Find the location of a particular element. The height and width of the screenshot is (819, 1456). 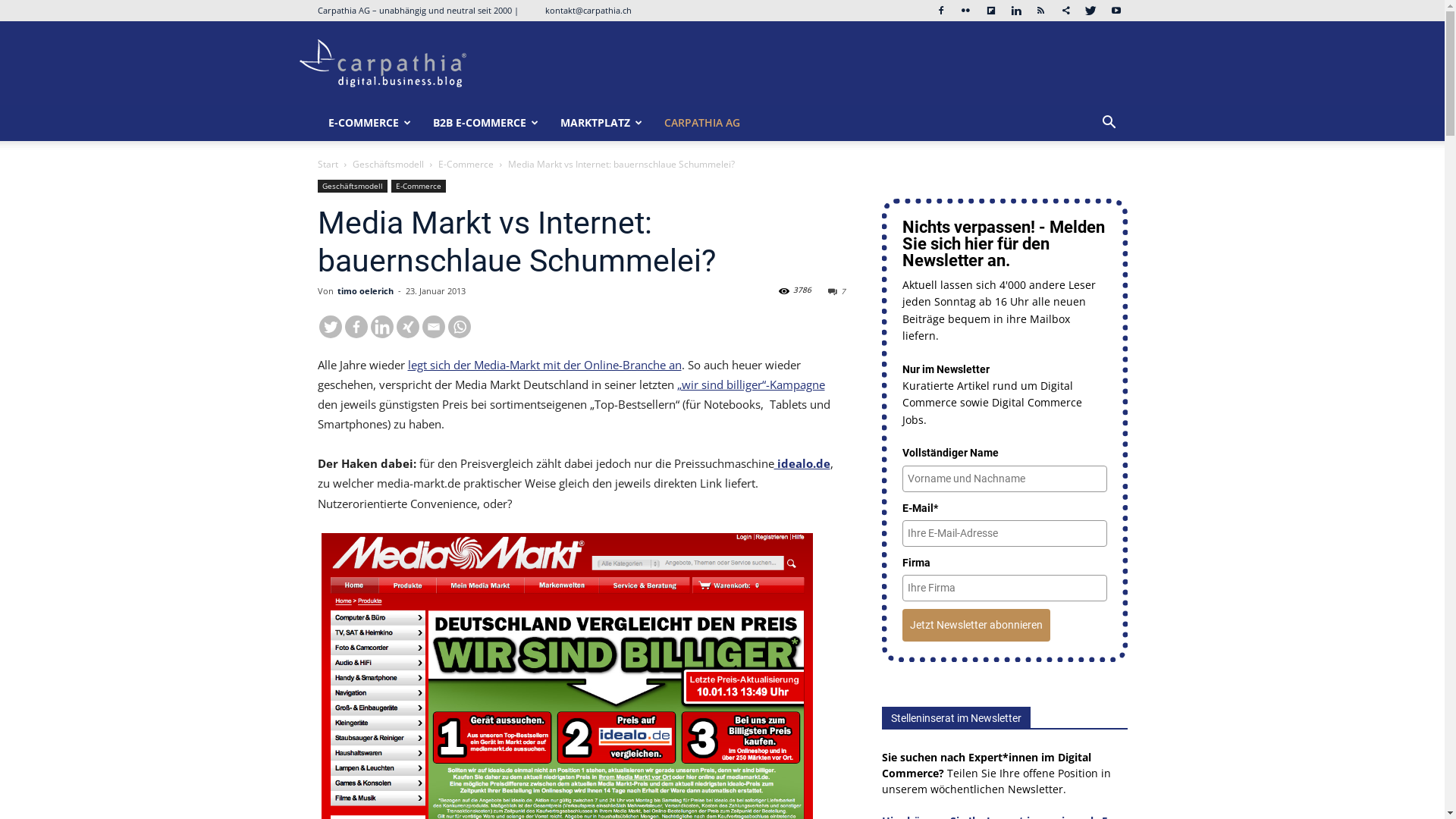

'Jetzt Newsletter abonnieren' is located at coordinates (976, 625).